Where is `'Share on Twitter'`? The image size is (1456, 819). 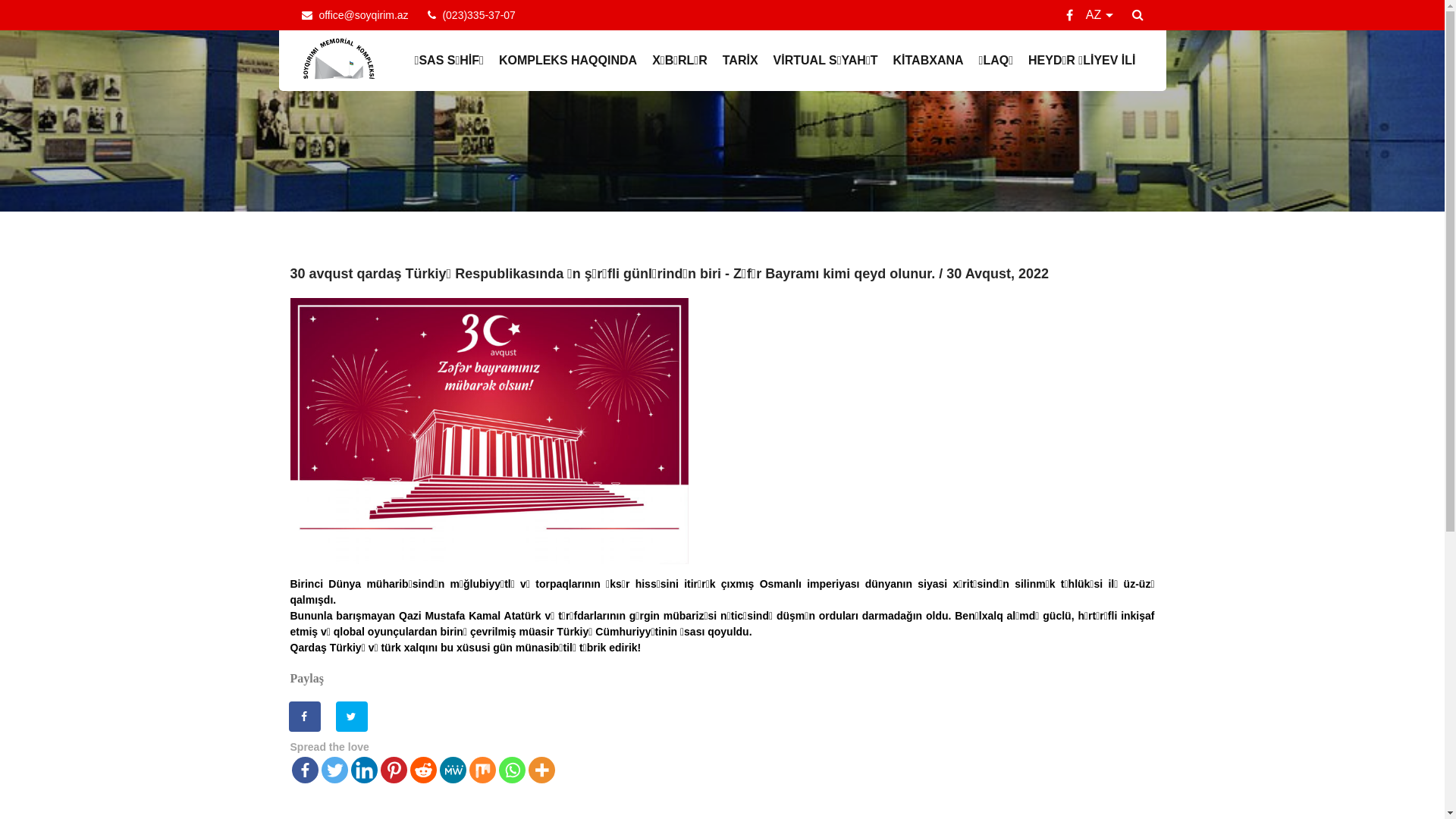 'Share on Twitter' is located at coordinates (352, 717).